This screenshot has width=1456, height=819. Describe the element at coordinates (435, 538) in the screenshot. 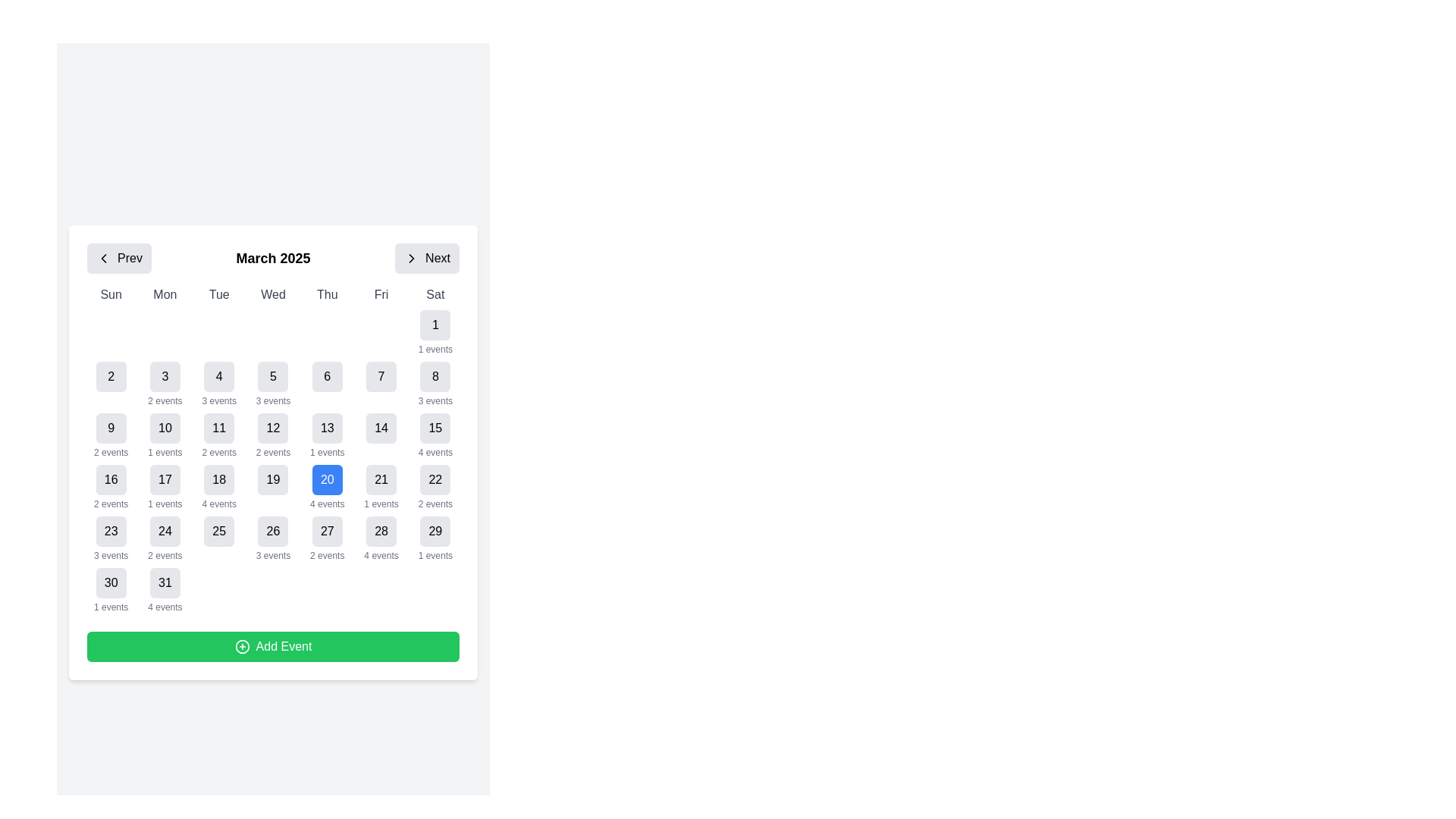

I see `the calendar date cell displaying '29' with a light gray background and '1 events' below` at that location.